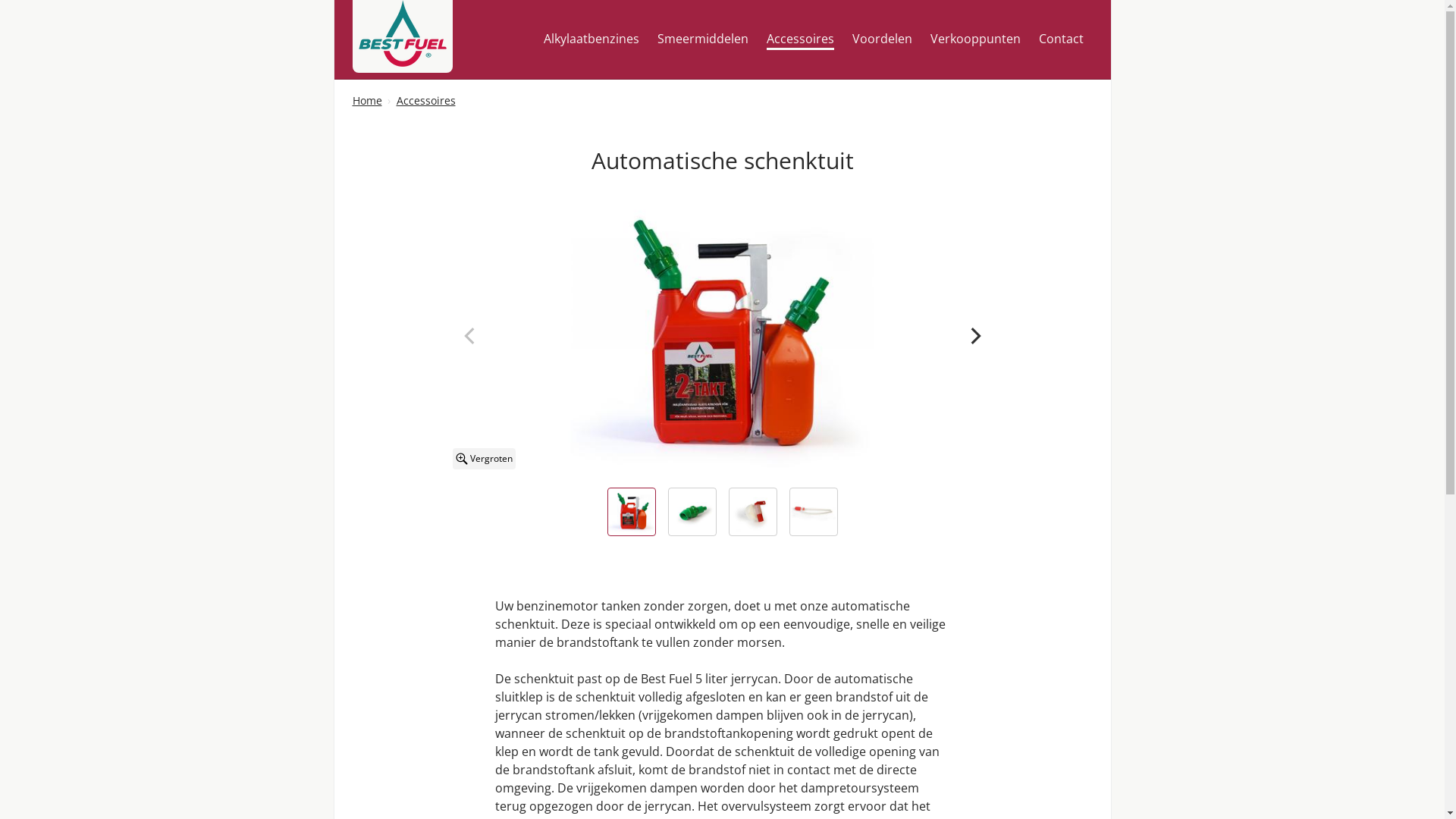 This screenshot has width=1456, height=819. I want to click on 'Vergroten', so click(482, 457).